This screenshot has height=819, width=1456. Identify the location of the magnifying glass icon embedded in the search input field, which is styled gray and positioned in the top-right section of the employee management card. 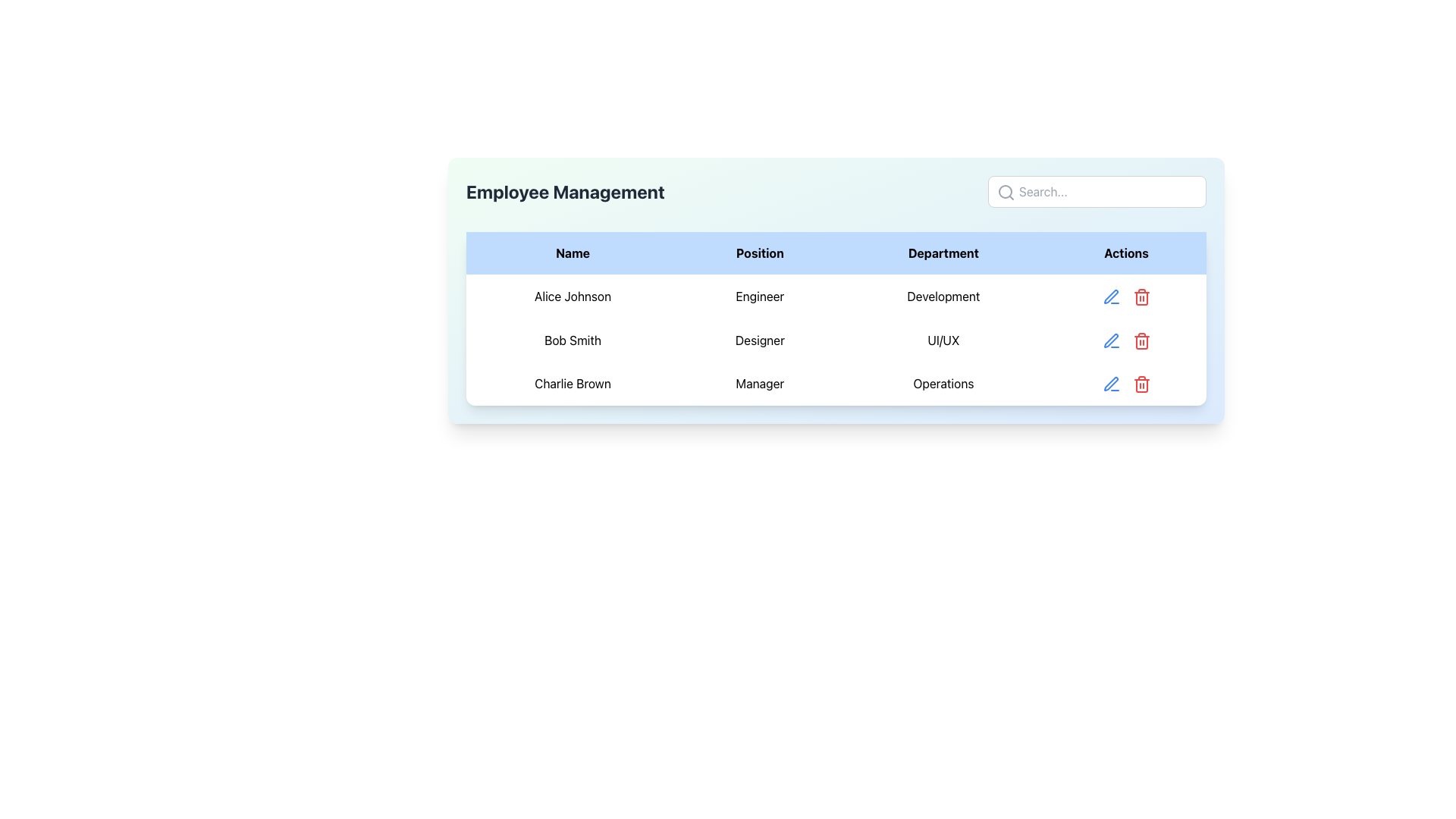
(1006, 192).